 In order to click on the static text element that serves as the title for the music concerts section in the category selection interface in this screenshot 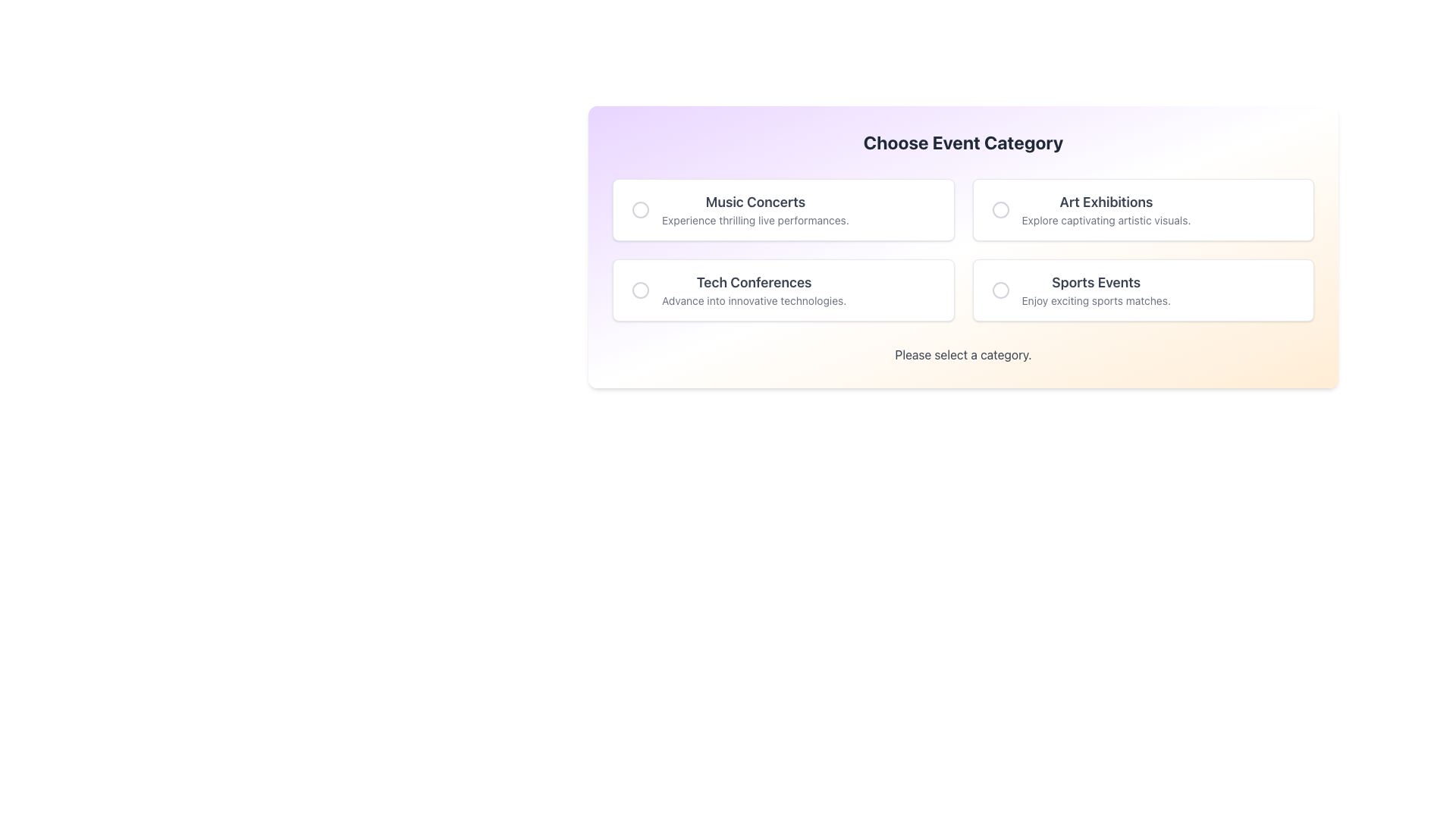, I will do `click(755, 201)`.